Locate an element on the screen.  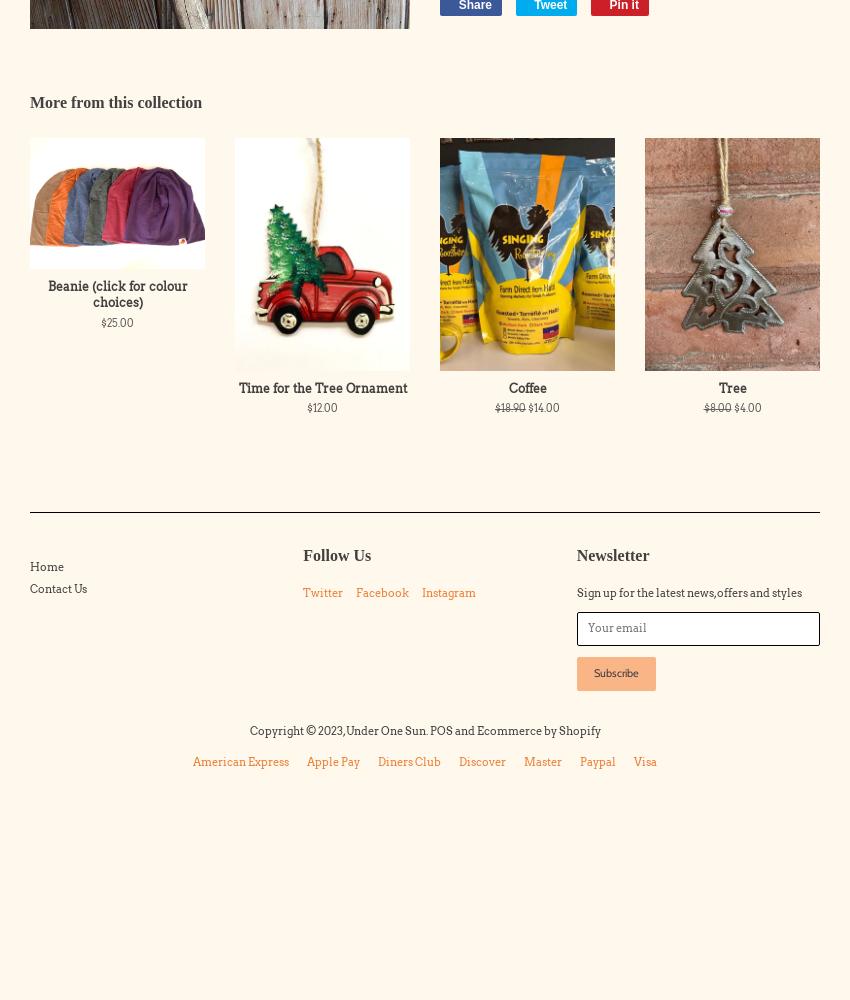
'diners club' is located at coordinates (409, 761).